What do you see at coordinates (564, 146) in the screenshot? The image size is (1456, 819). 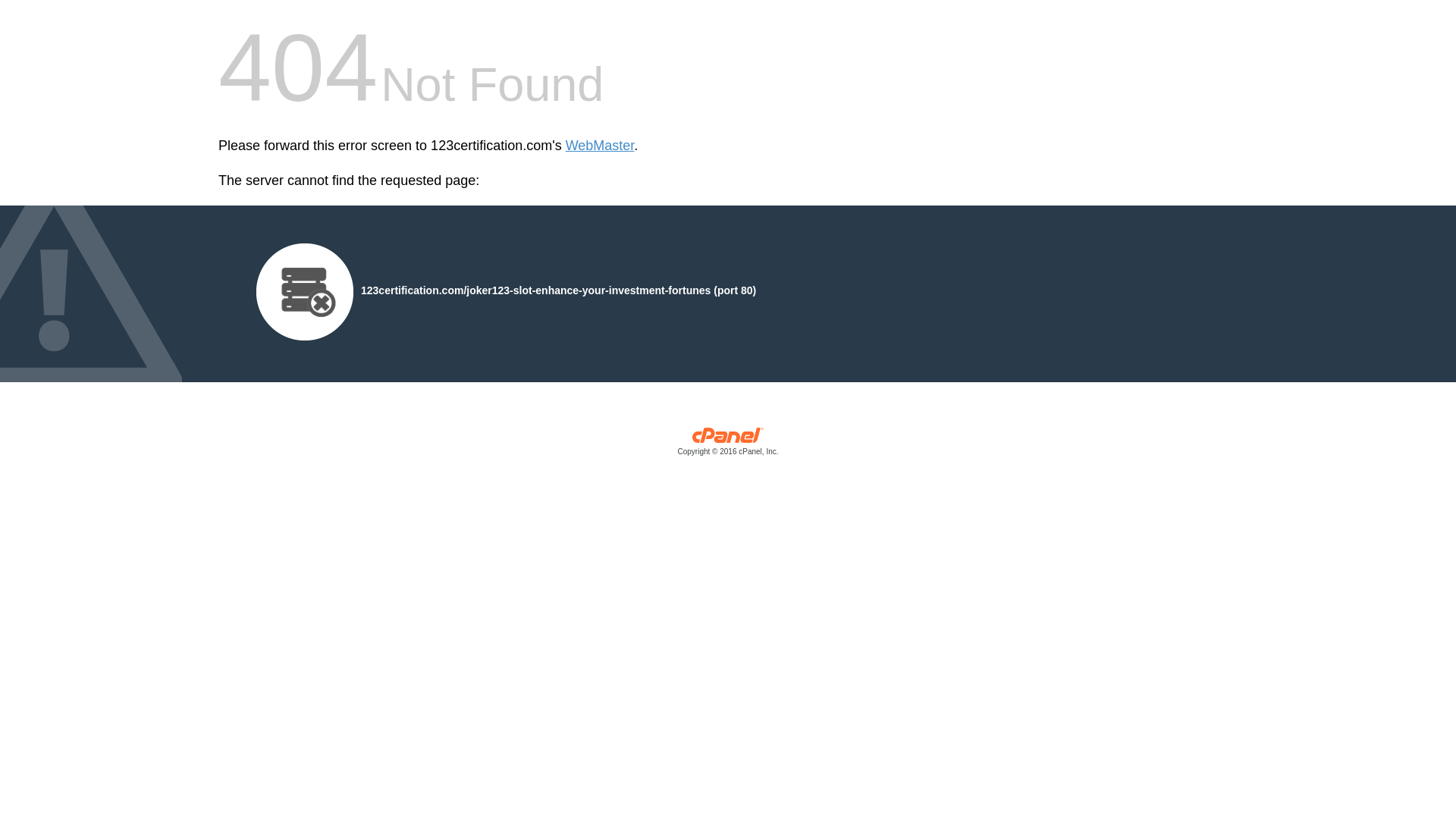 I see `'WebMaster'` at bounding box center [564, 146].